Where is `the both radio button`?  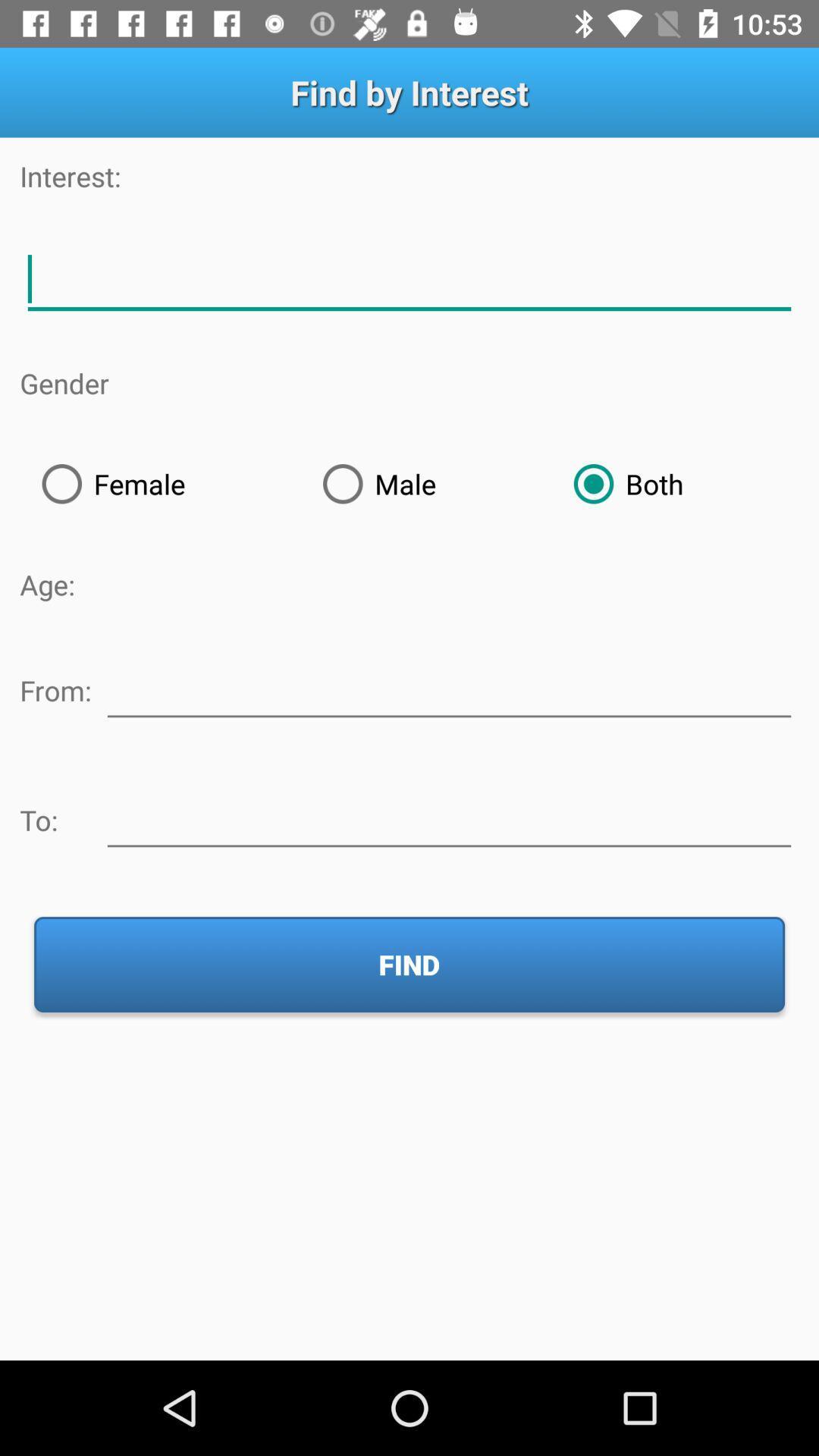
the both radio button is located at coordinates (674, 483).